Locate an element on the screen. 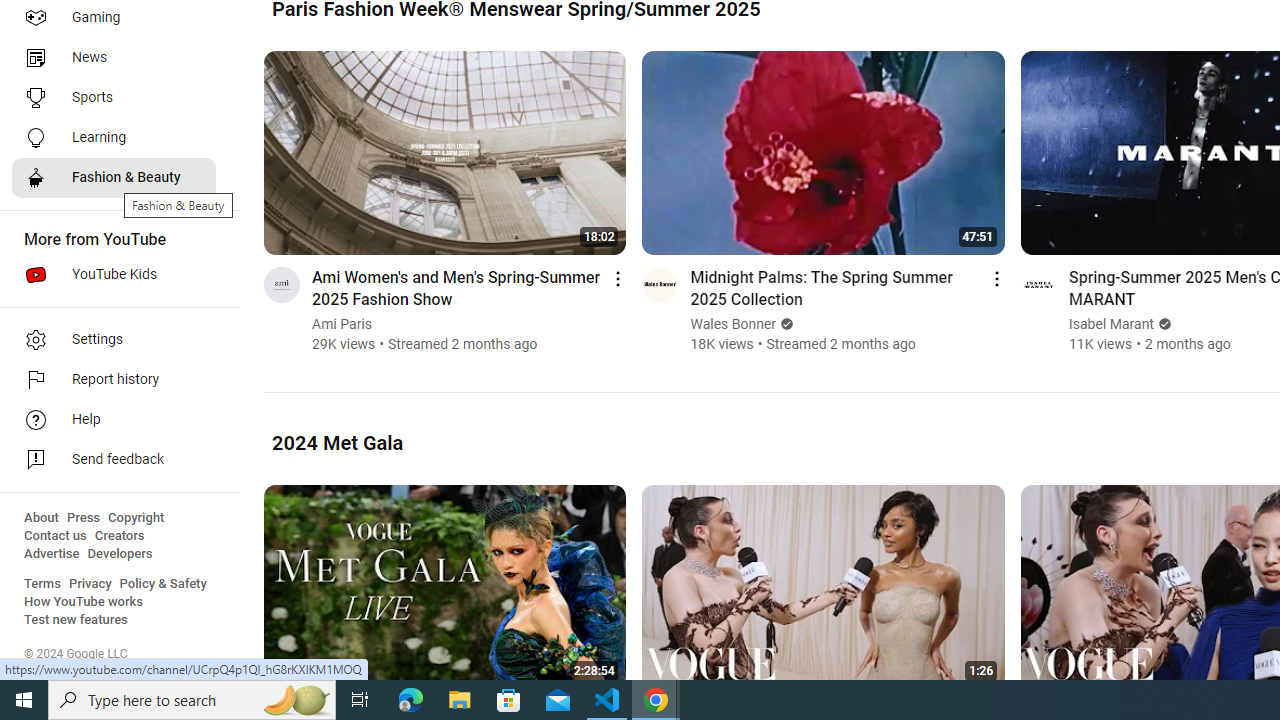  'Press' is located at coordinates (82, 517).